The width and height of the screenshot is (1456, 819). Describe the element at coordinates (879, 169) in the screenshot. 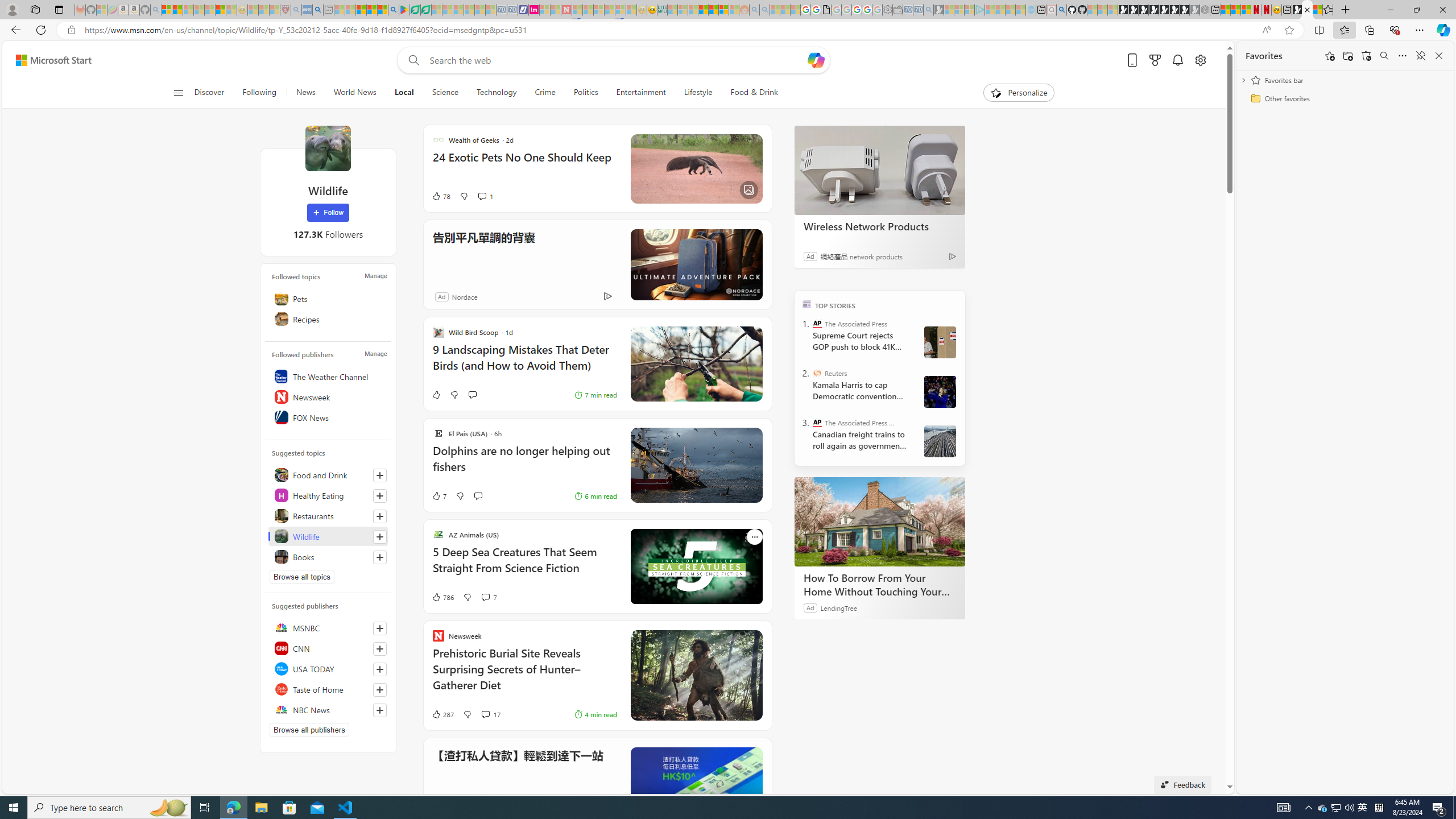

I see `'Wireless Network Products'` at that location.